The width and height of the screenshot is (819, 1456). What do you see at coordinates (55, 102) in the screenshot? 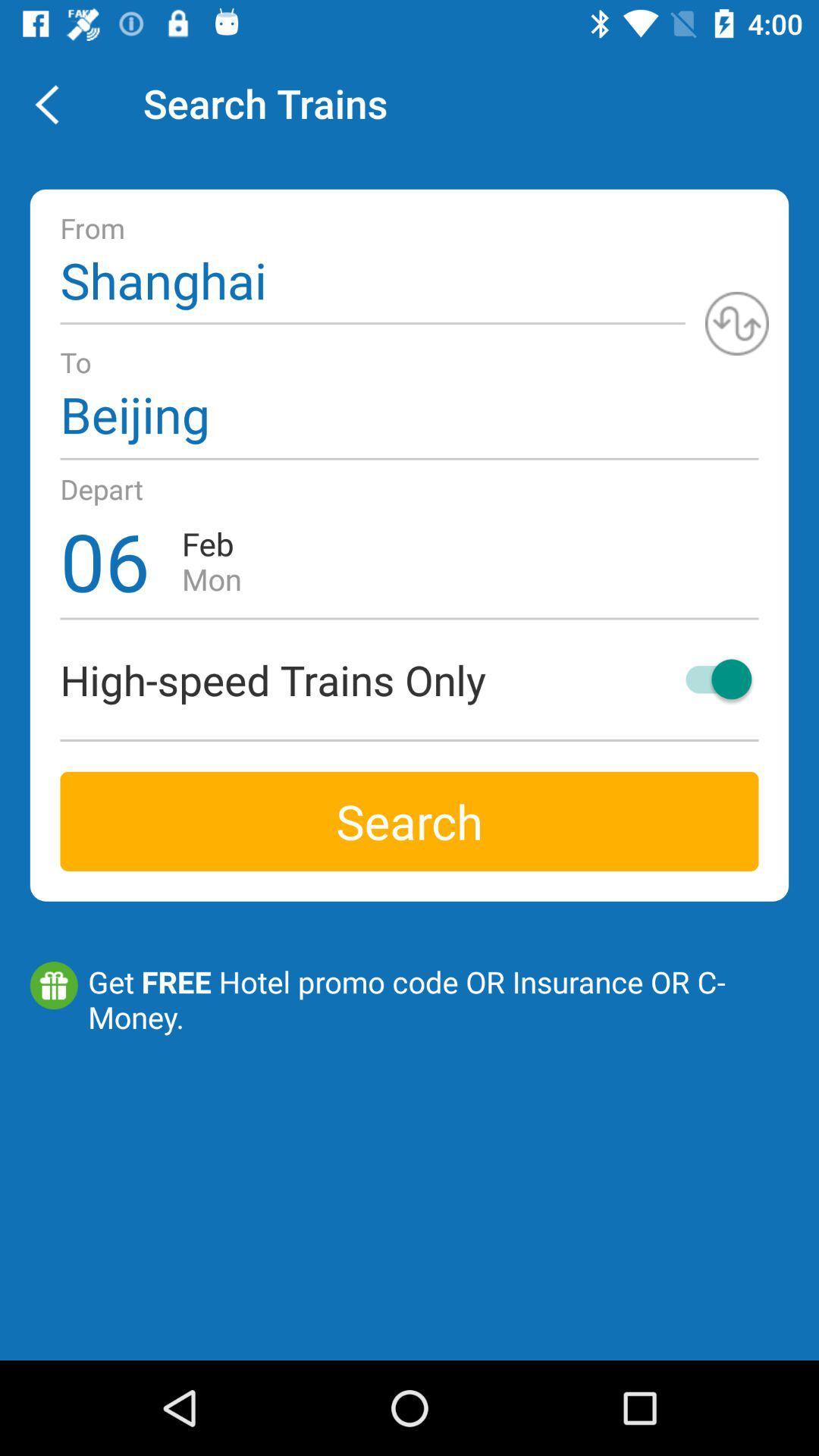
I see `item next to the search trains` at bounding box center [55, 102].